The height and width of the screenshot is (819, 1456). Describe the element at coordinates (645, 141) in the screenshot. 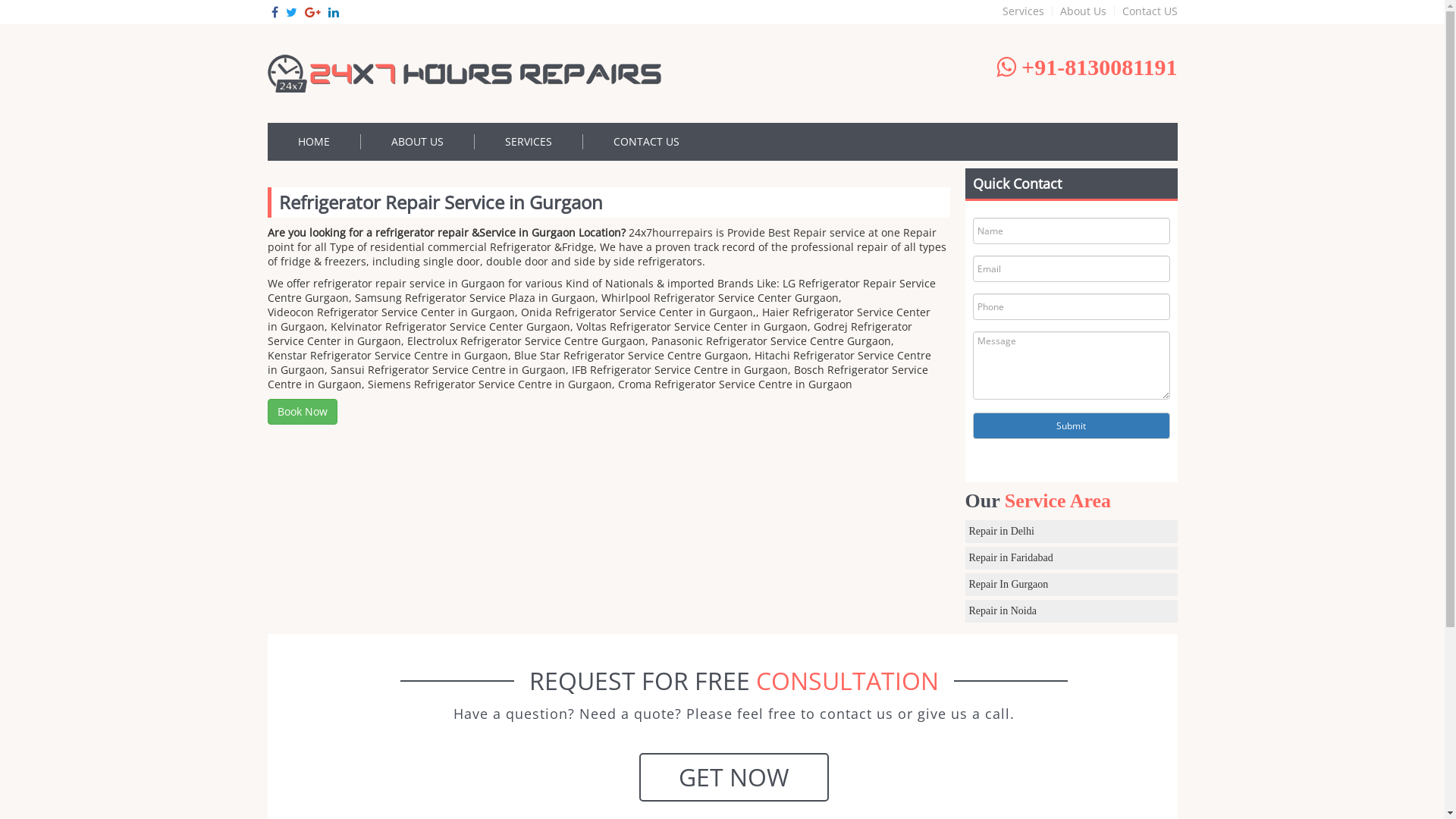

I see `'CONTACT US'` at that location.